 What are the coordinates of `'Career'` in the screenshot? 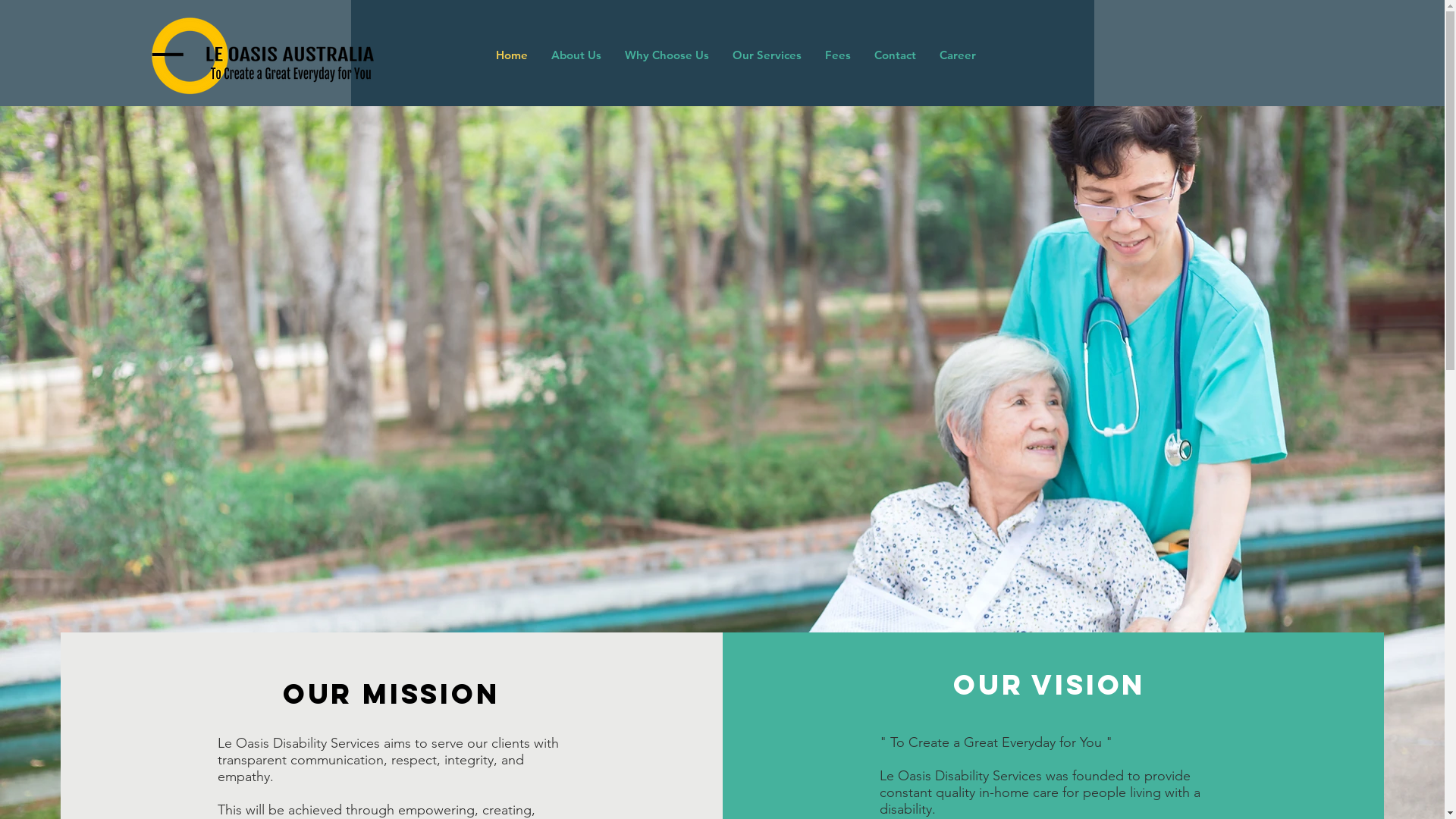 It's located at (955, 55).